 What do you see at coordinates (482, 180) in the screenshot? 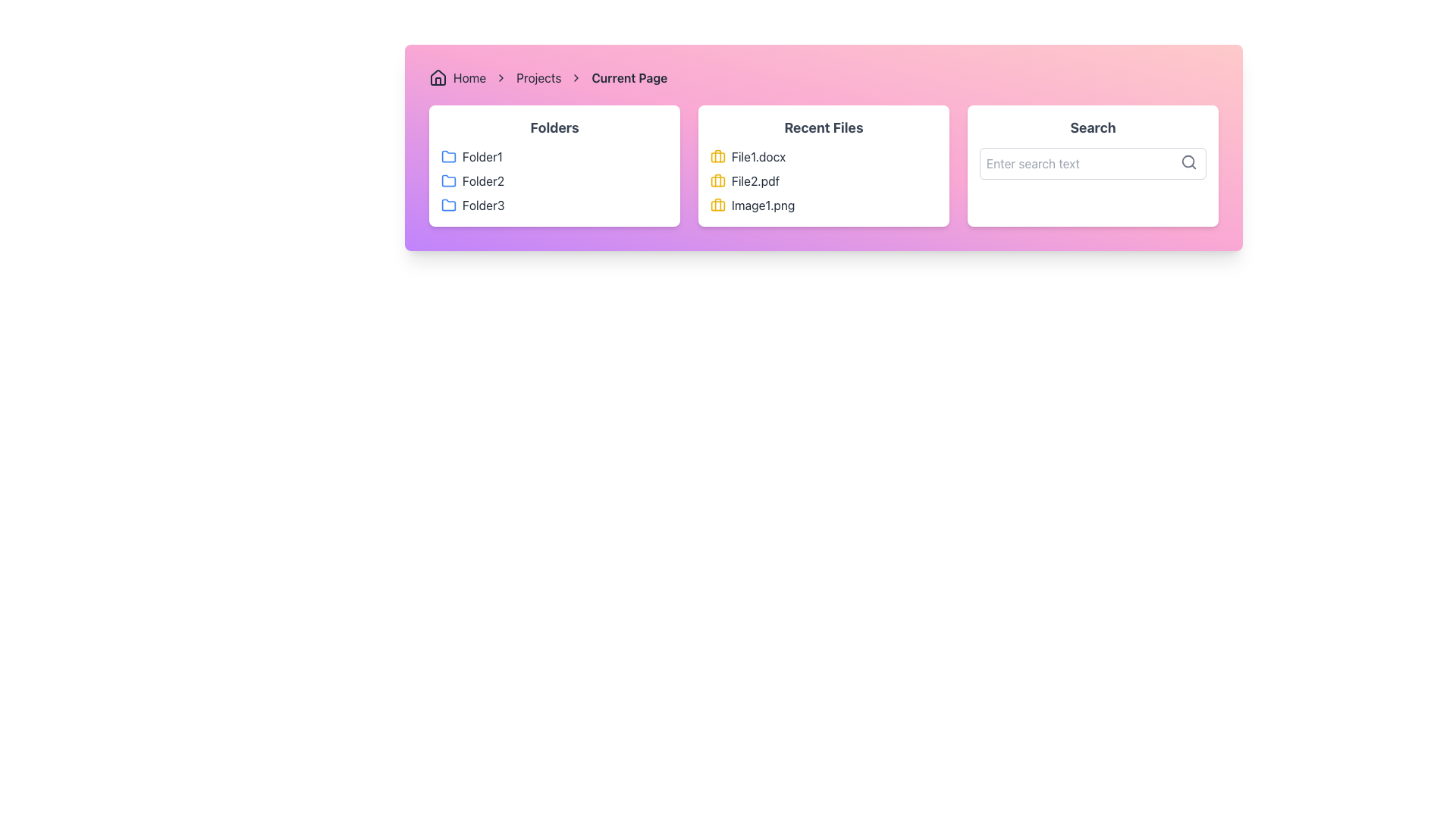
I see `the text label 'Folder2'` at bounding box center [482, 180].